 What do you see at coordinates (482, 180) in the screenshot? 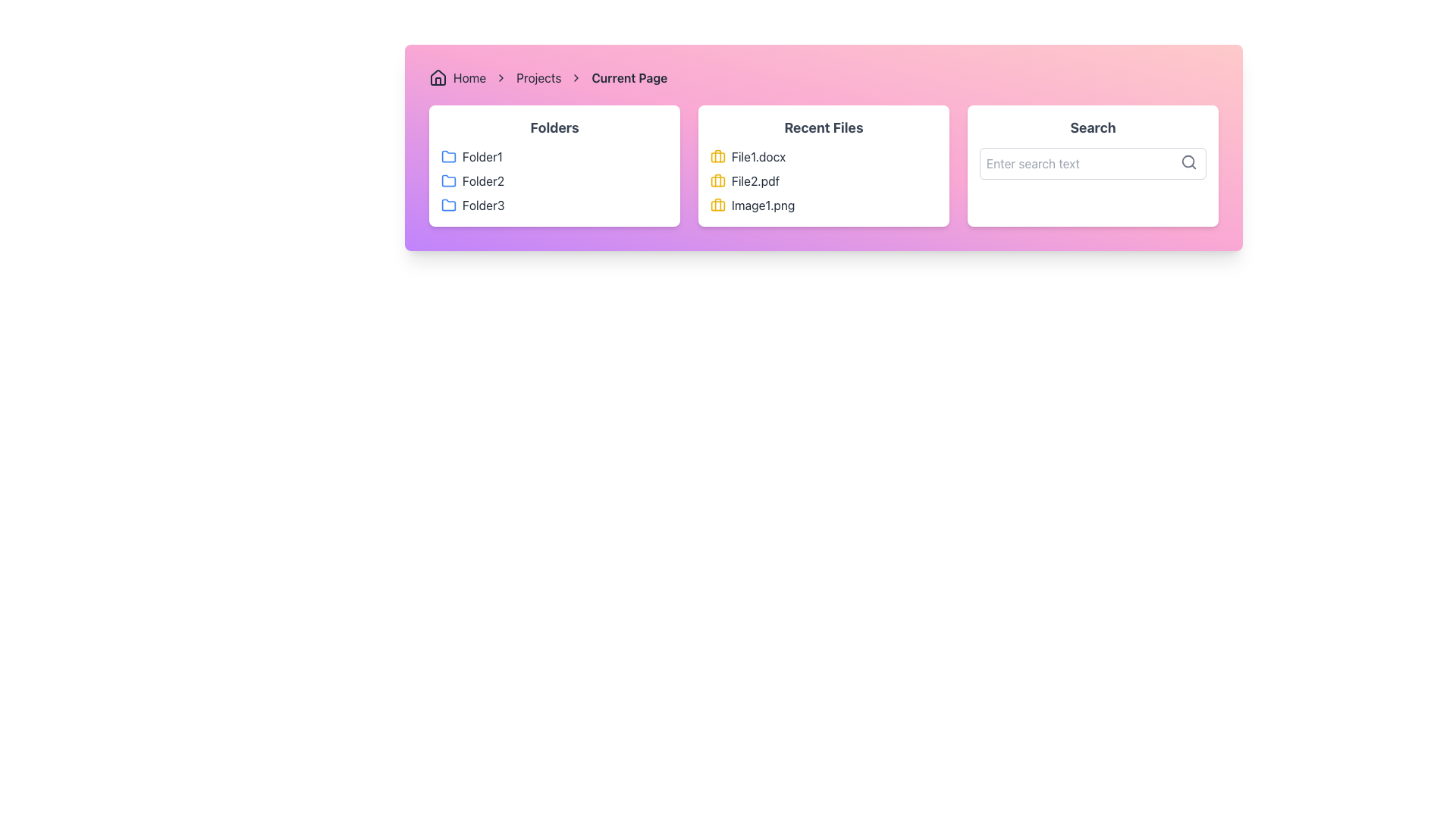
I see `the text label 'Folder2'` at bounding box center [482, 180].